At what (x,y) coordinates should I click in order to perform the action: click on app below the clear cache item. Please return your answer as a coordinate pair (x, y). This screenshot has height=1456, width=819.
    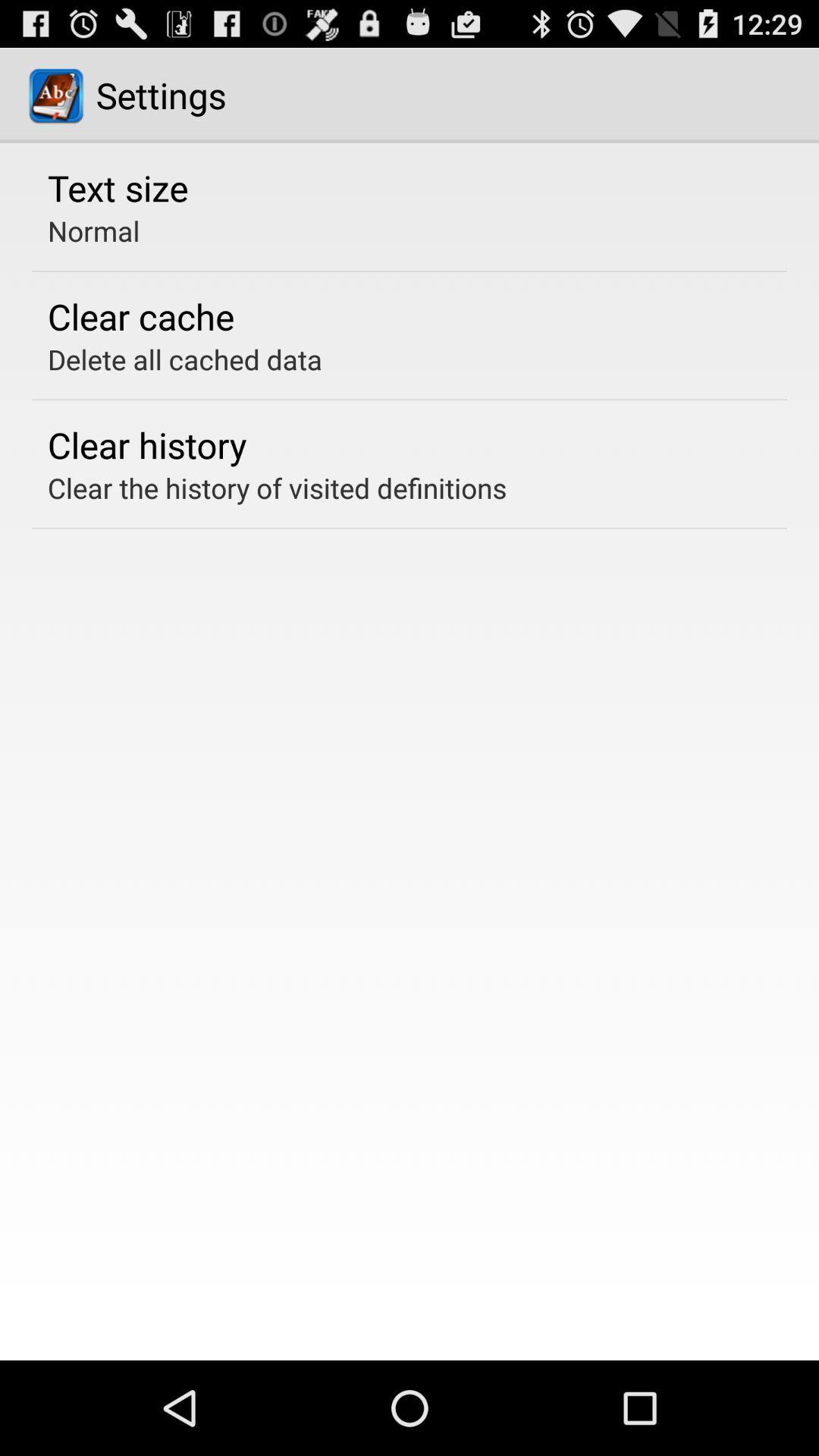
    Looking at the image, I should click on (184, 359).